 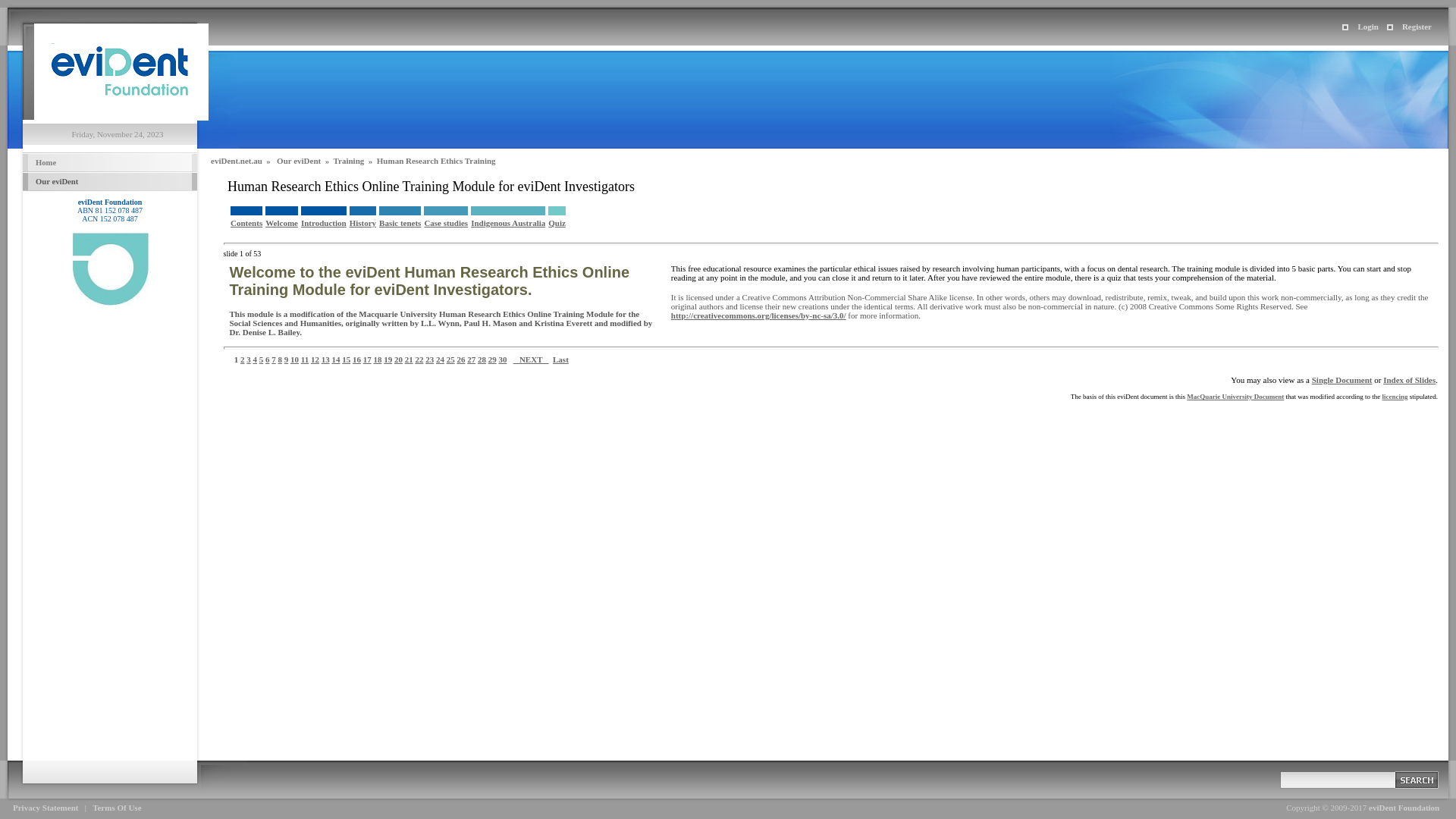 I want to click on 'Contents', so click(x=246, y=222).